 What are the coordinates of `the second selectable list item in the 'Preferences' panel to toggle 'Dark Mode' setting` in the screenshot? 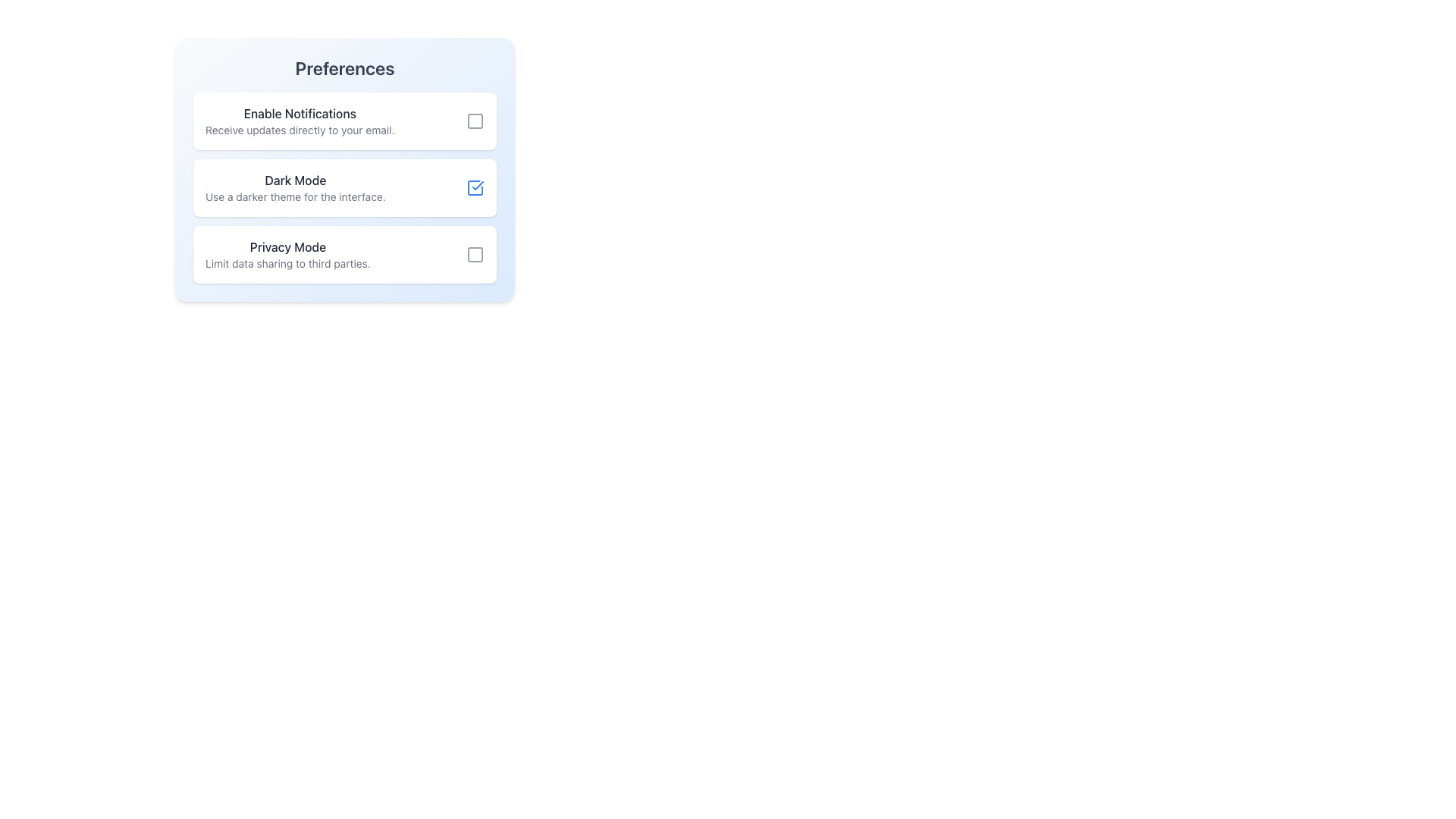 It's located at (344, 187).